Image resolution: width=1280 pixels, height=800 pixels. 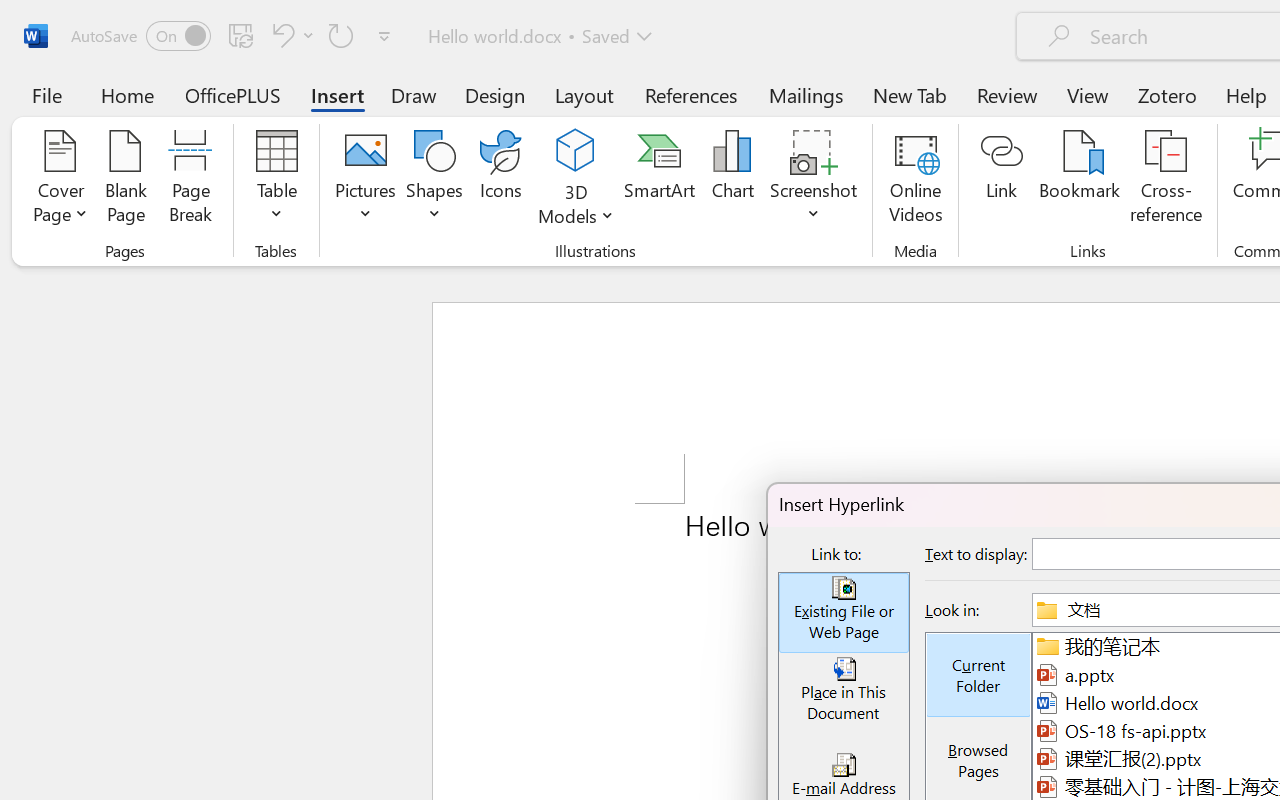 What do you see at coordinates (46, 94) in the screenshot?
I see `'File Tab'` at bounding box center [46, 94].